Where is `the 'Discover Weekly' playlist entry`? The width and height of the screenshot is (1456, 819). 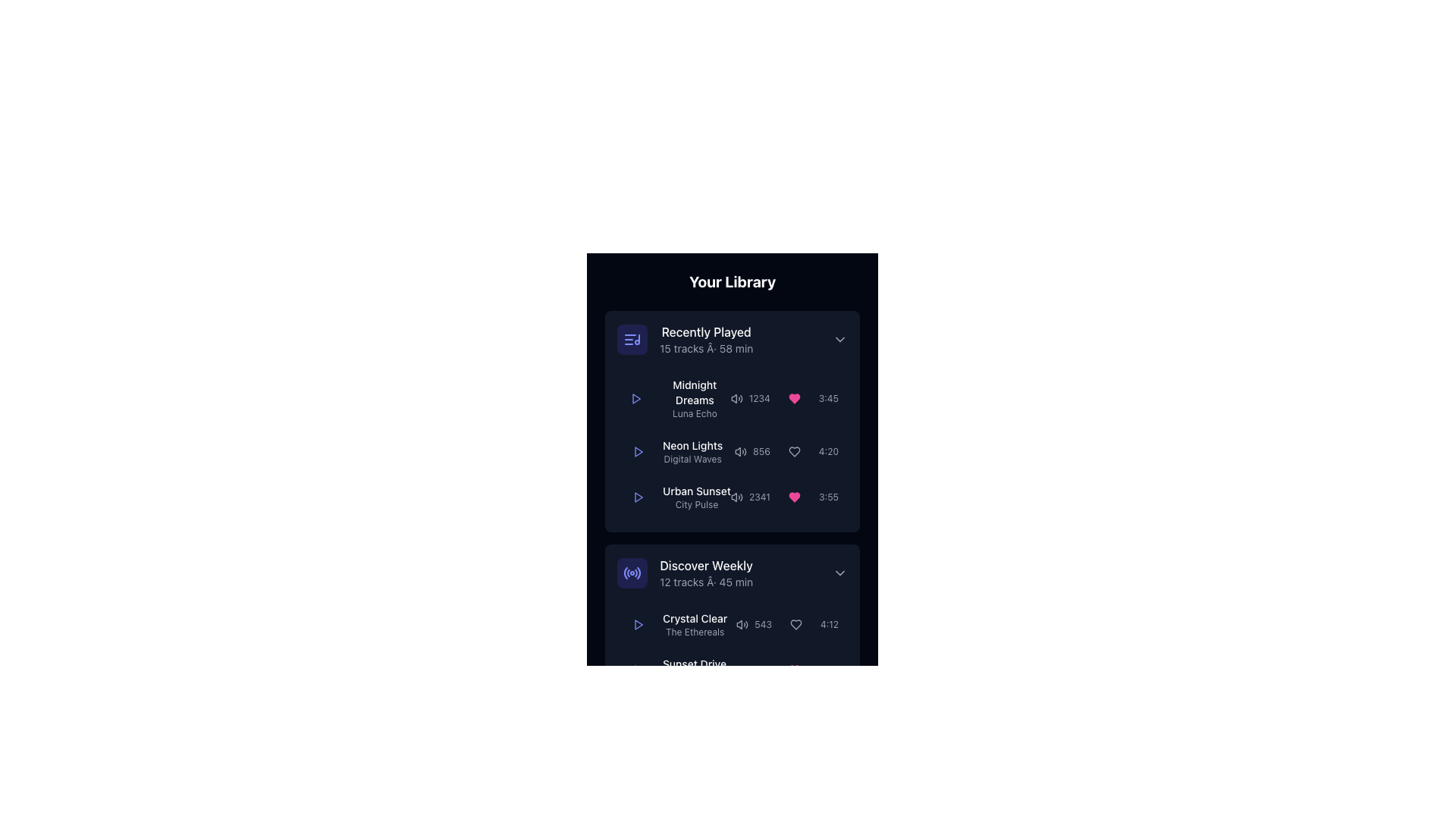
the 'Discover Weekly' playlist entry is located at coordinates (684, 573).